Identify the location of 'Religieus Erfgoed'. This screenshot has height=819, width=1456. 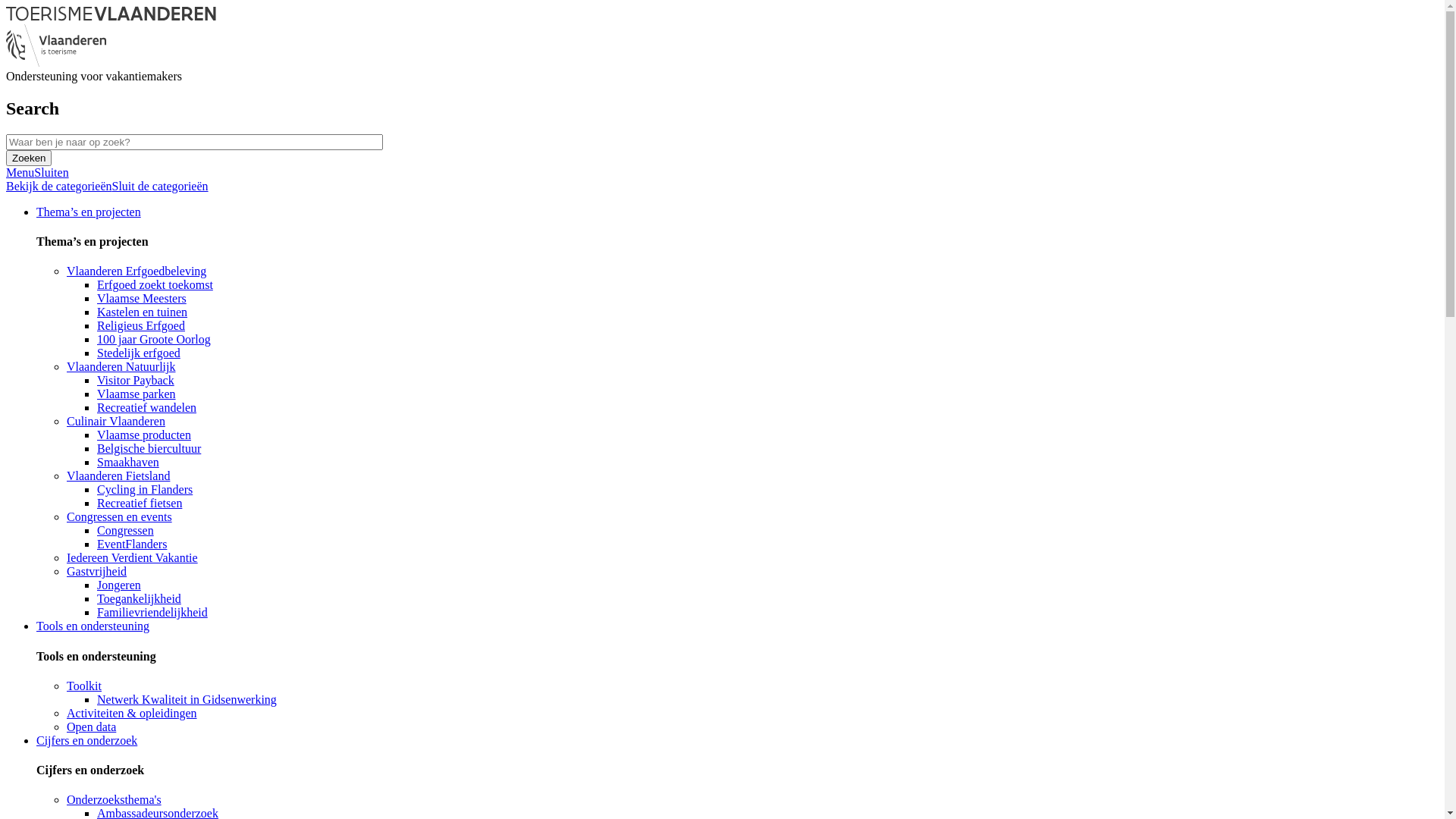
(141, 325).